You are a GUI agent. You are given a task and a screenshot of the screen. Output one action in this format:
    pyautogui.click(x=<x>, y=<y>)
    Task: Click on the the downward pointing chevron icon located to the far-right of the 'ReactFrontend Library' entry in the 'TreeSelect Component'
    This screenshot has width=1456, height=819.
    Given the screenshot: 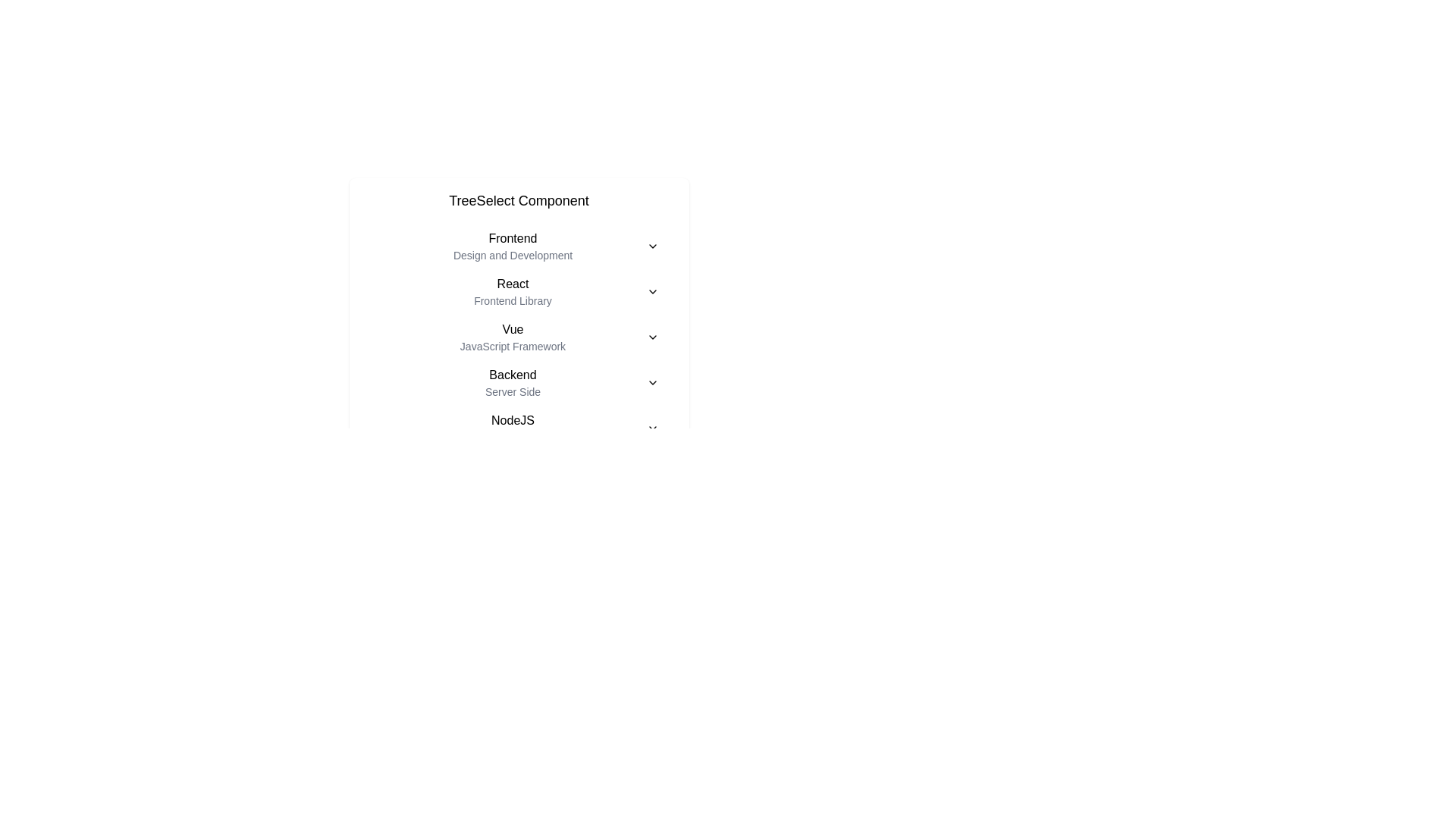 What is the action you would take?
    pyautogui.click(x=652, y=292)
    